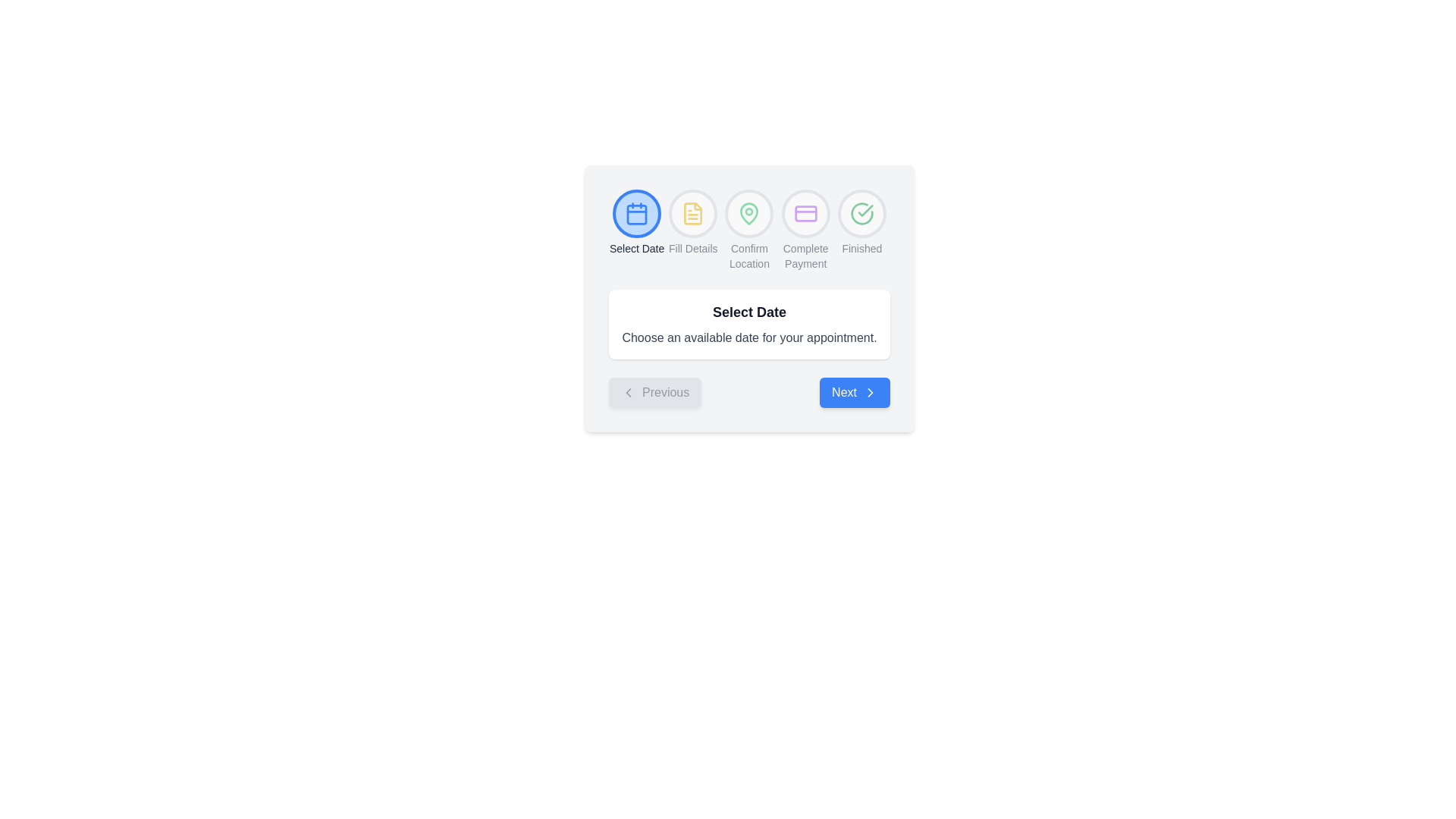 The width and height of the screenshot is (1456, 819). What do you see at coordinates (629, 391) in the screenshot?
I see `the 'Previous' button by interacting with the left-pointing chevron icon` at bounding box center [629, 391].